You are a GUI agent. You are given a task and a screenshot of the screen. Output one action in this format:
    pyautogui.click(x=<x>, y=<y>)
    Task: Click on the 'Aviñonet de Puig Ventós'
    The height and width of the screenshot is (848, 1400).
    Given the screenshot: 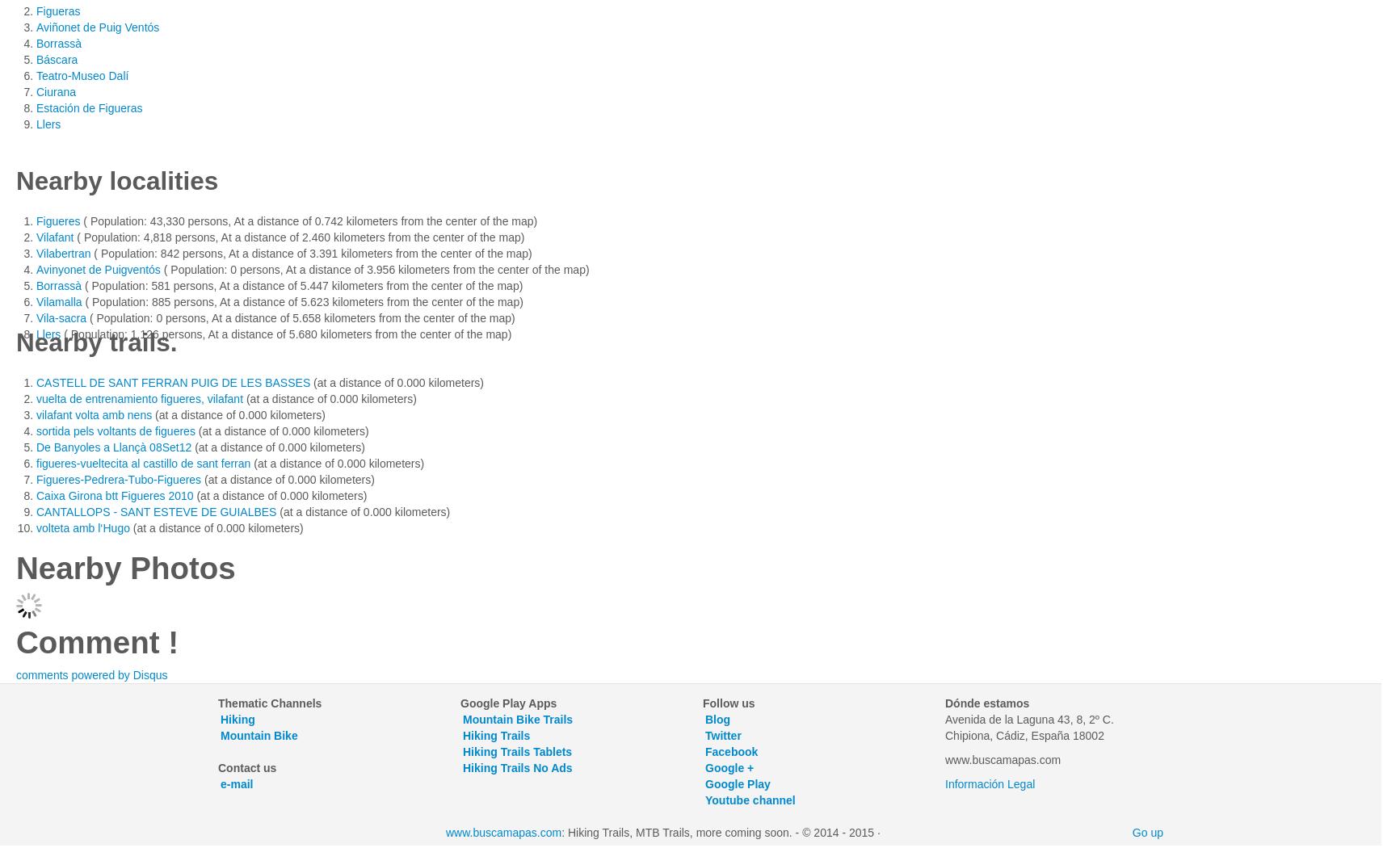 What is the action you would take?
    pyautogui.click(x=97, y=26)
    